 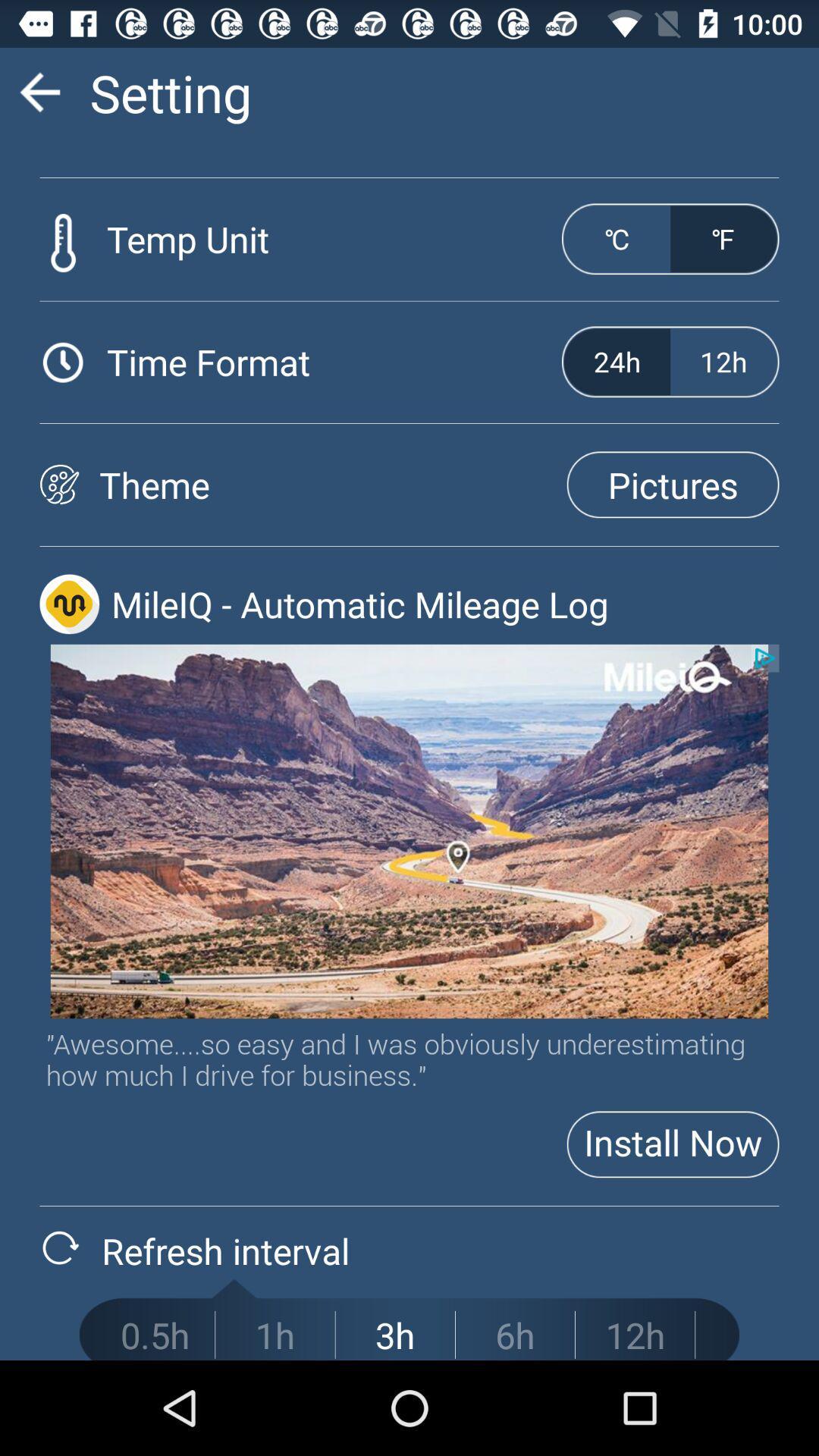 What do you see at coordinates (409, 830) in the screenshot?
I see `expand photo` at bounding box center [409, 830].